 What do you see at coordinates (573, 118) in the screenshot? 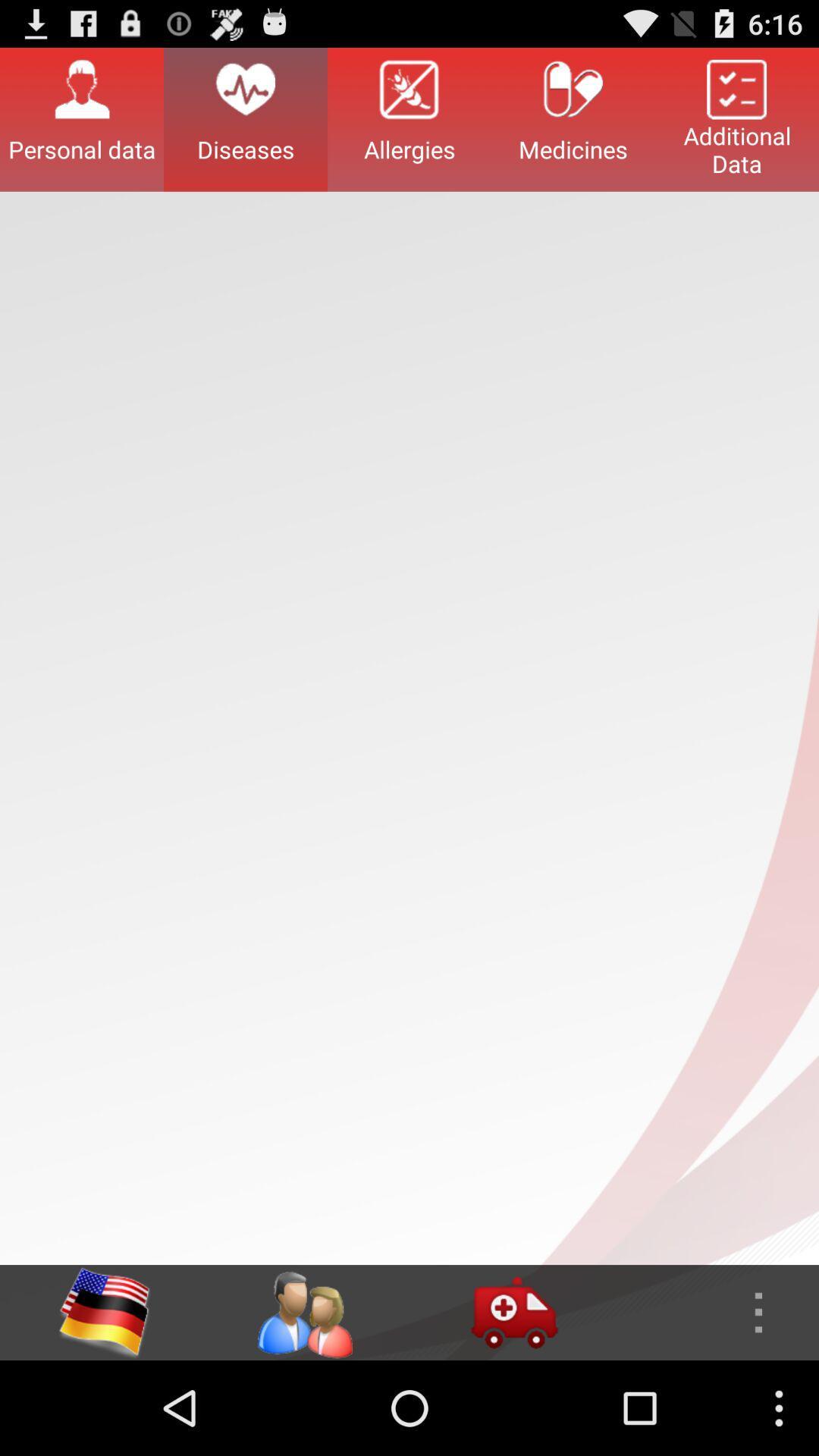
I see `medicines button` at bounding box center [573, 118].